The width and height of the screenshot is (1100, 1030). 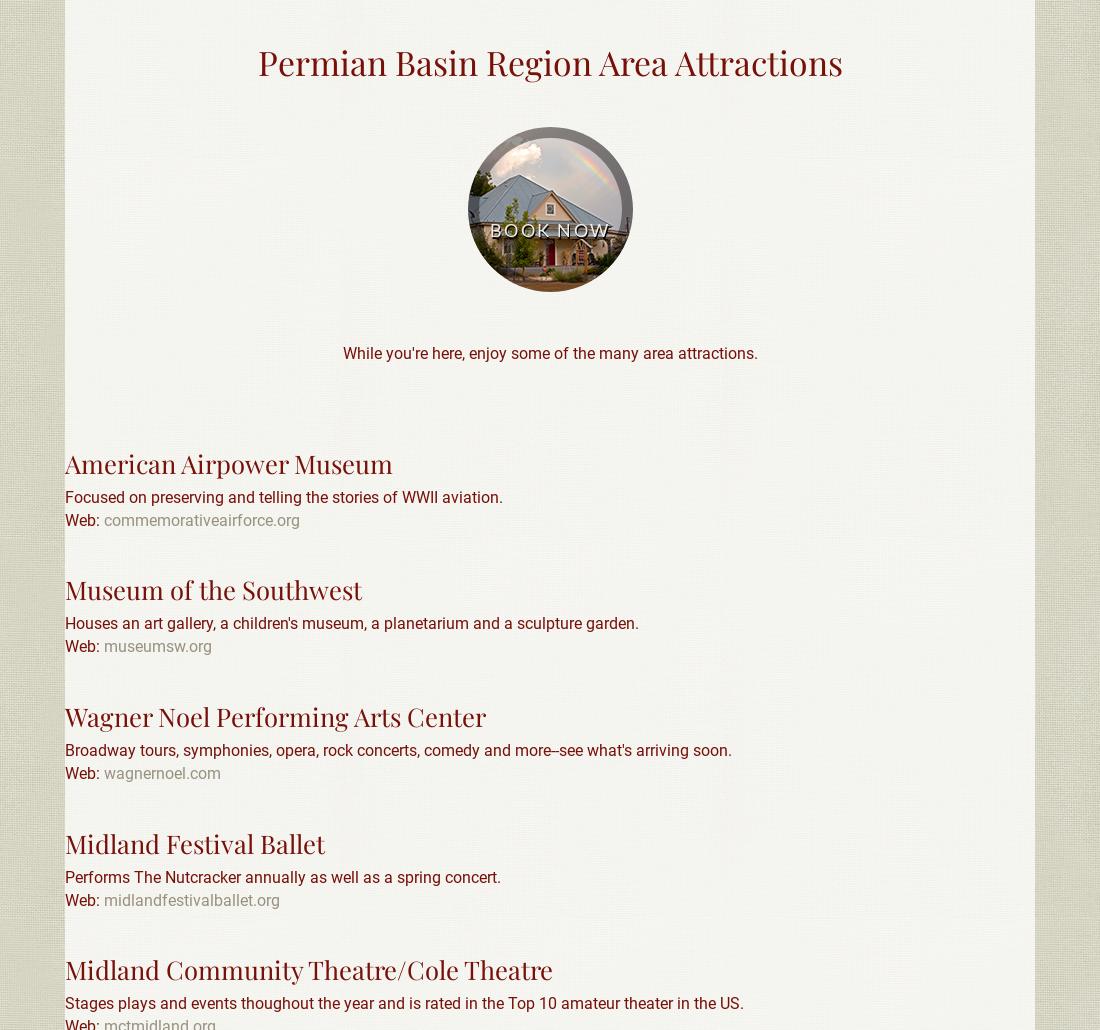 I want to click on 'While you're here, enjoy some of the many area attractions.', so click(x=340, y=352).